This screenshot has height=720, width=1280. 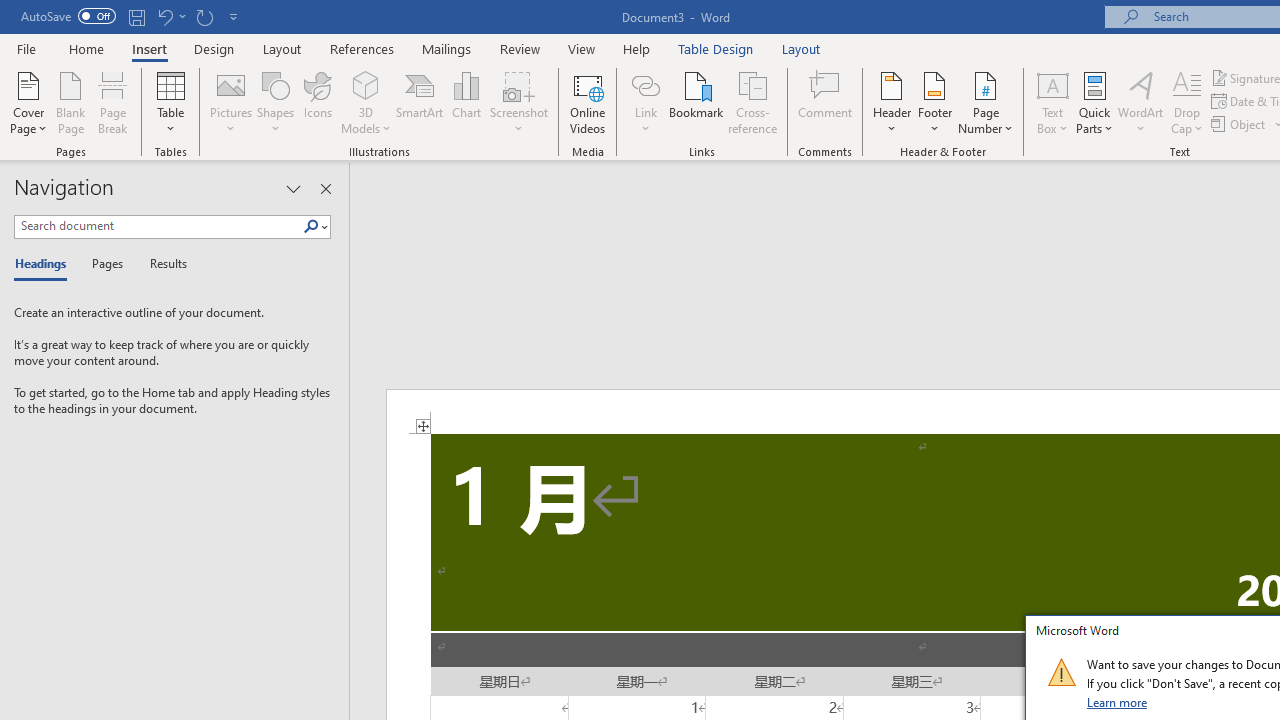 I want to click on '3D Models', so click(x=366, y=84).